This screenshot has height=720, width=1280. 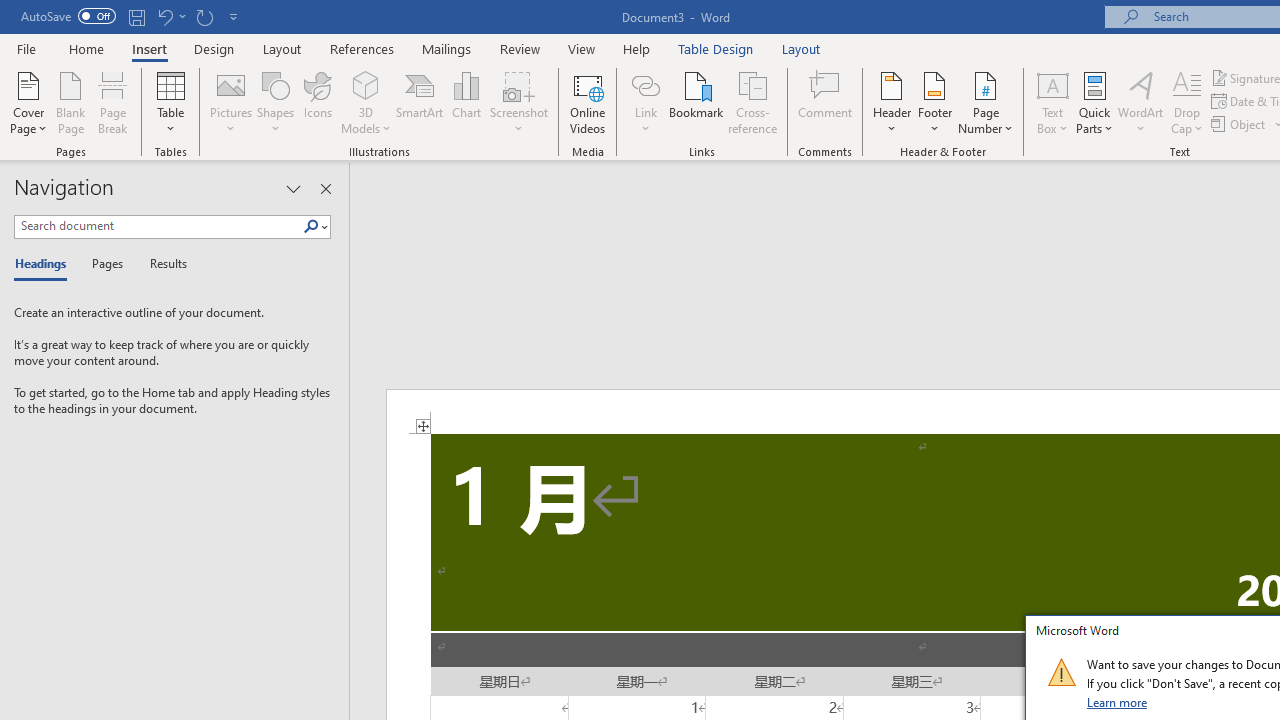 I want to click on '3D Models', so click(x=366, y=84).